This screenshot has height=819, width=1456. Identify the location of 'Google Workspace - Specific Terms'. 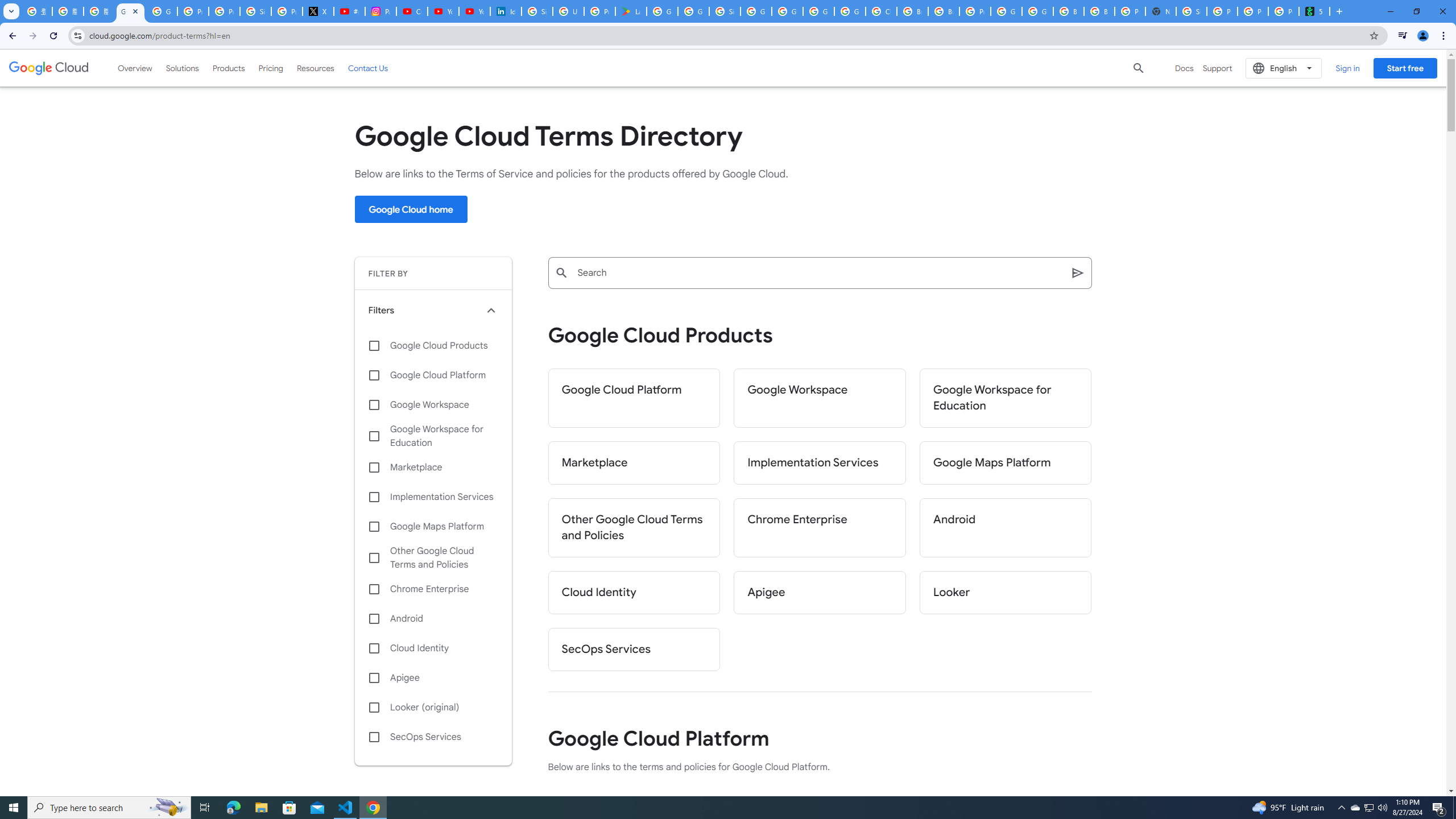
(693, 11).